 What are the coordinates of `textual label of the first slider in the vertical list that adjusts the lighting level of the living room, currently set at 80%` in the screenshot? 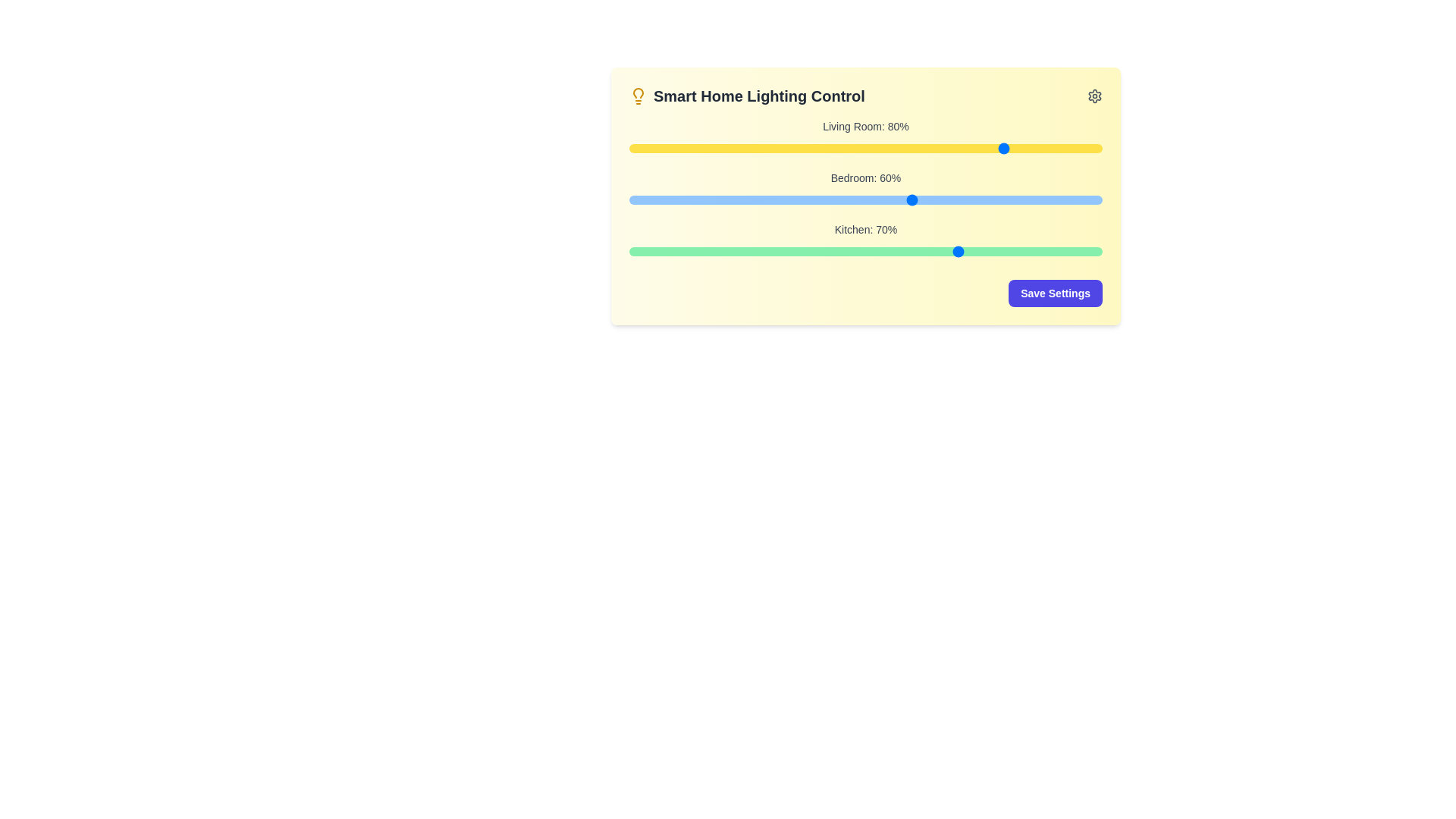 It's located at (866, 138).